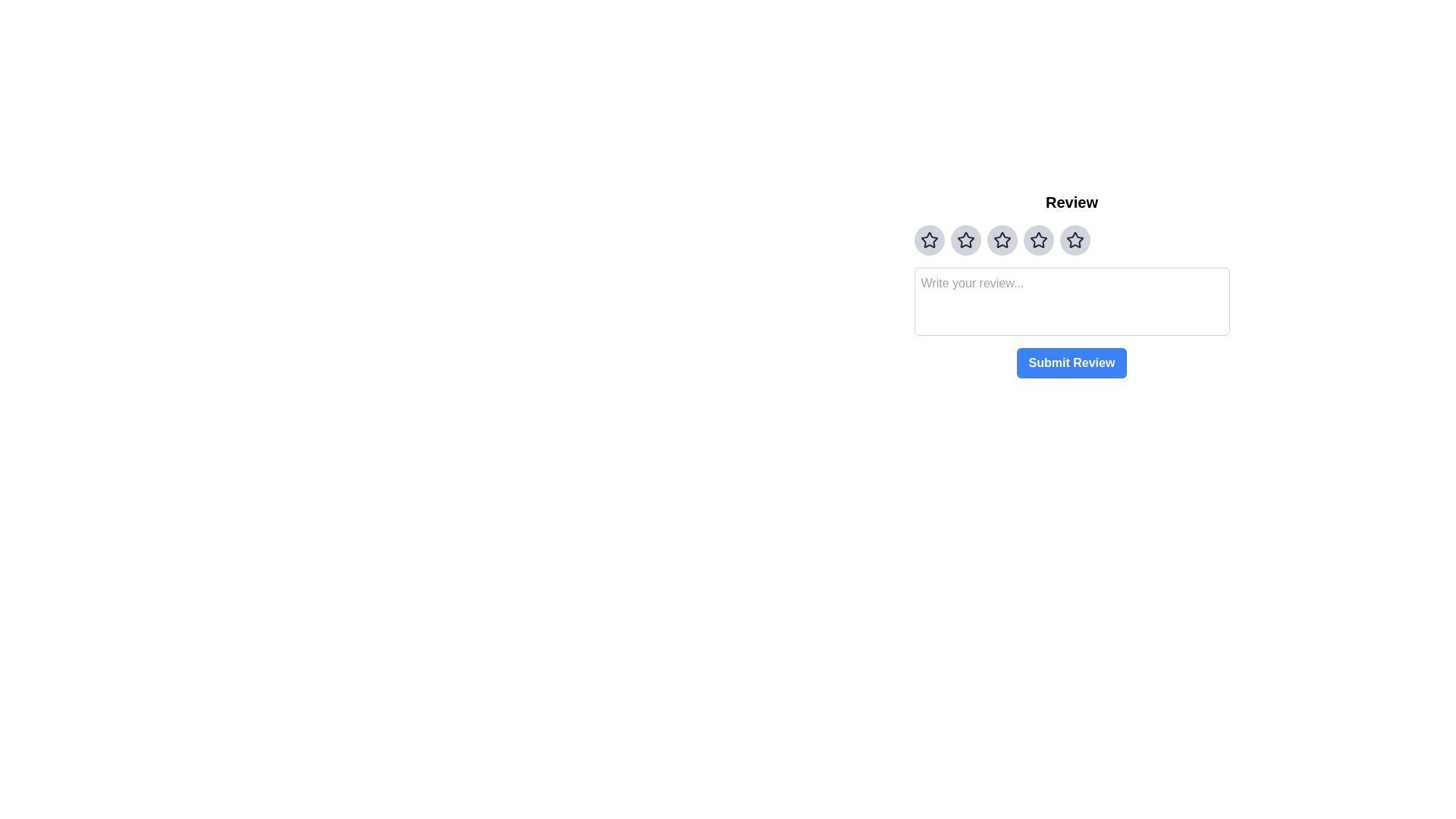  I want to click on the fifth star icon of the rating item, which is highlighted differently from the others, using keyboard focus, so click(1071, 239).